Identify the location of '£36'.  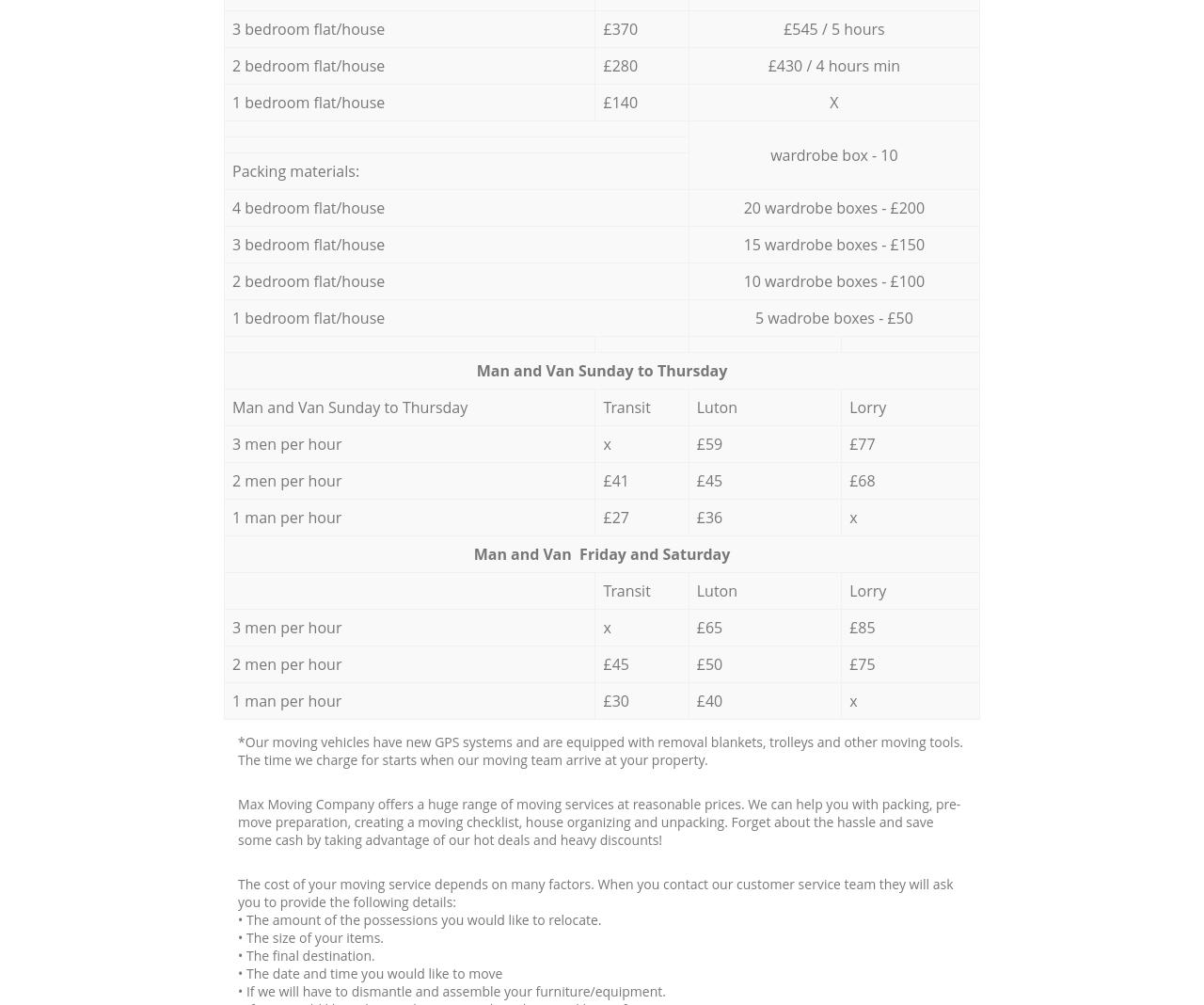
(694, 515).